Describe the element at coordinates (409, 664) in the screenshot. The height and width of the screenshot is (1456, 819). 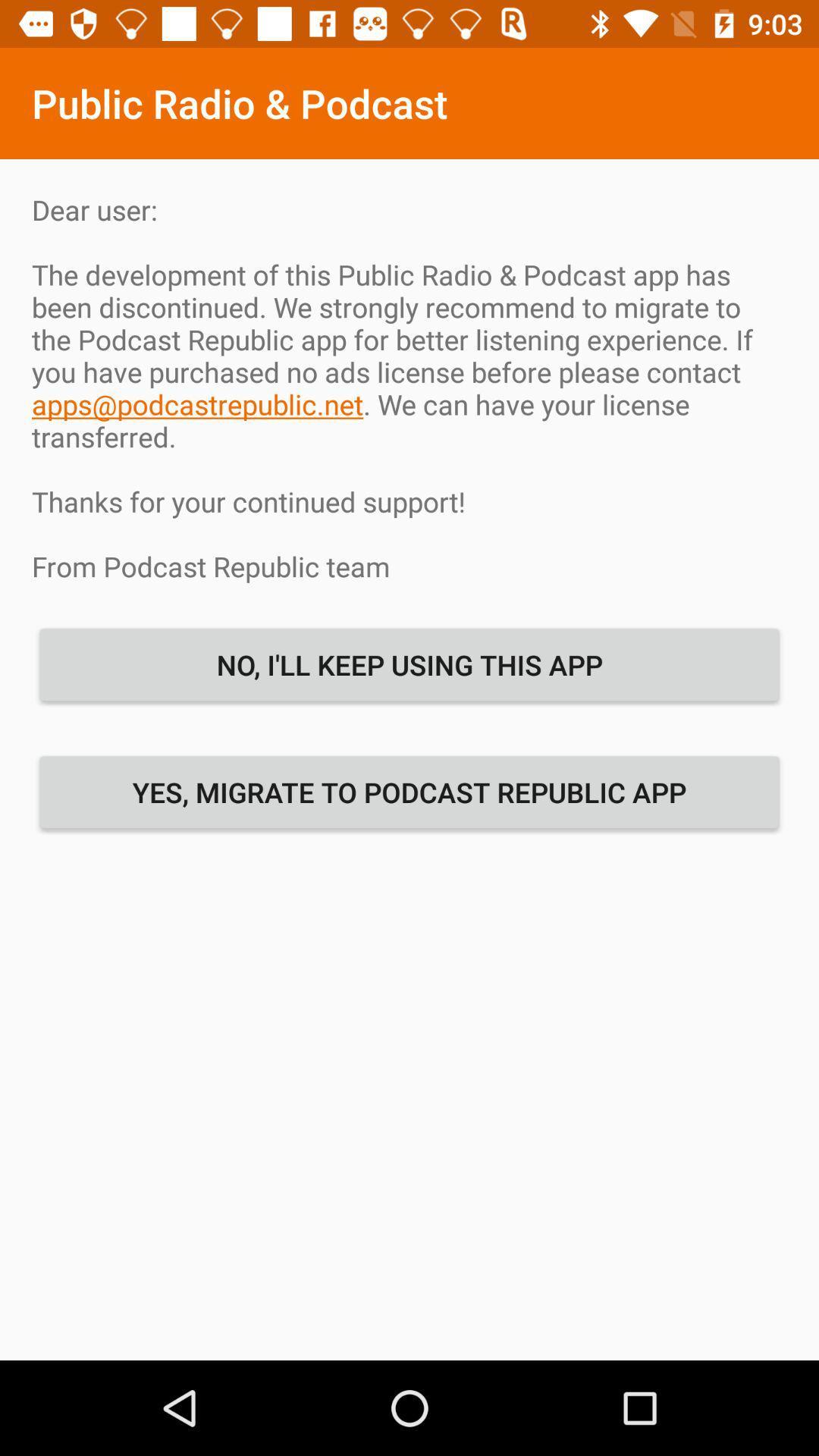
I see `the icon above yes migrate to icon` at that location.